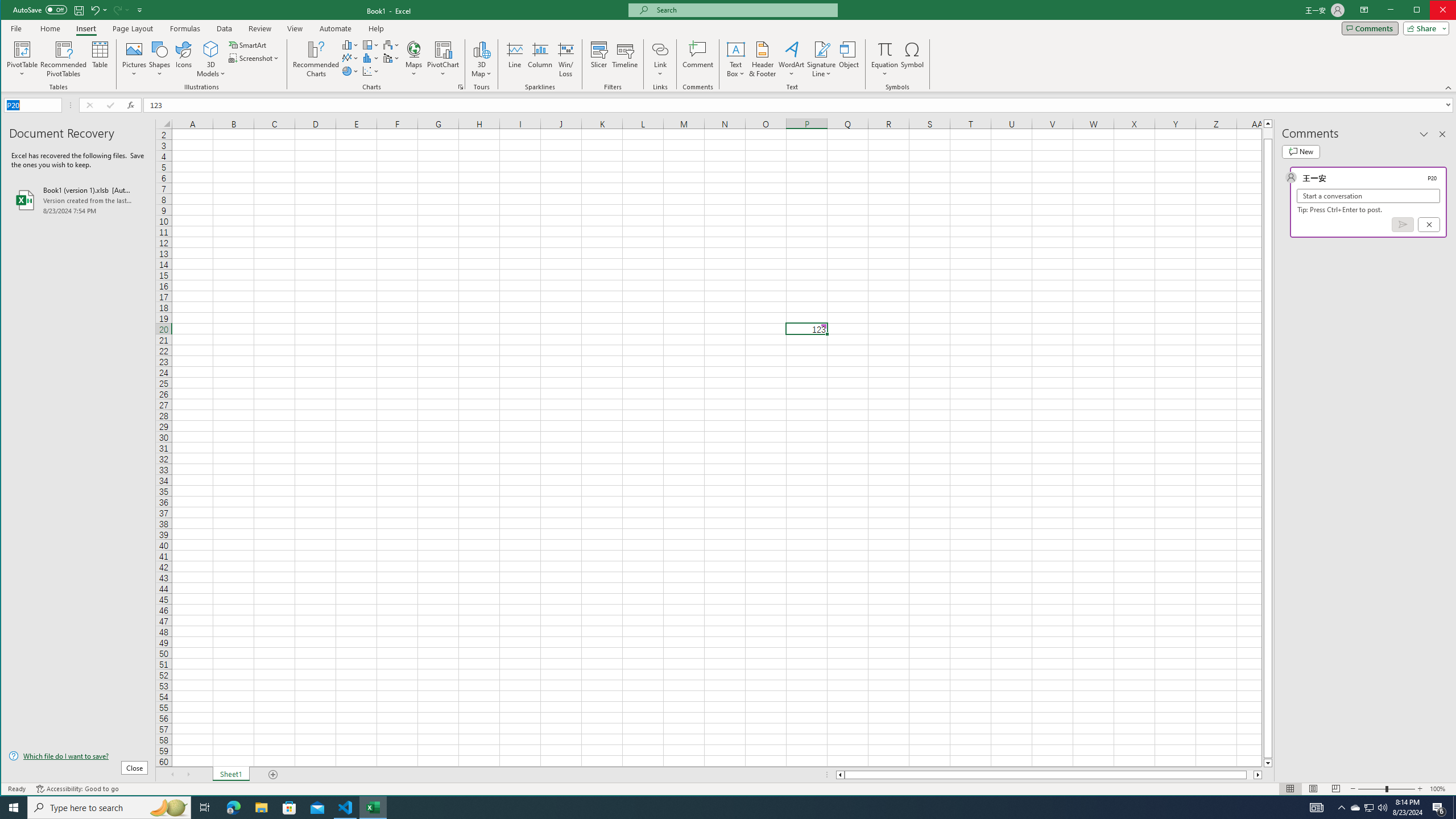 This screenshot has height=819, width=1456. What do you see at coordinates (1403, 224) in the screenshot?
I see `'Post comment (Ctrl + Enter)'` at bounding box center [1403, 224].